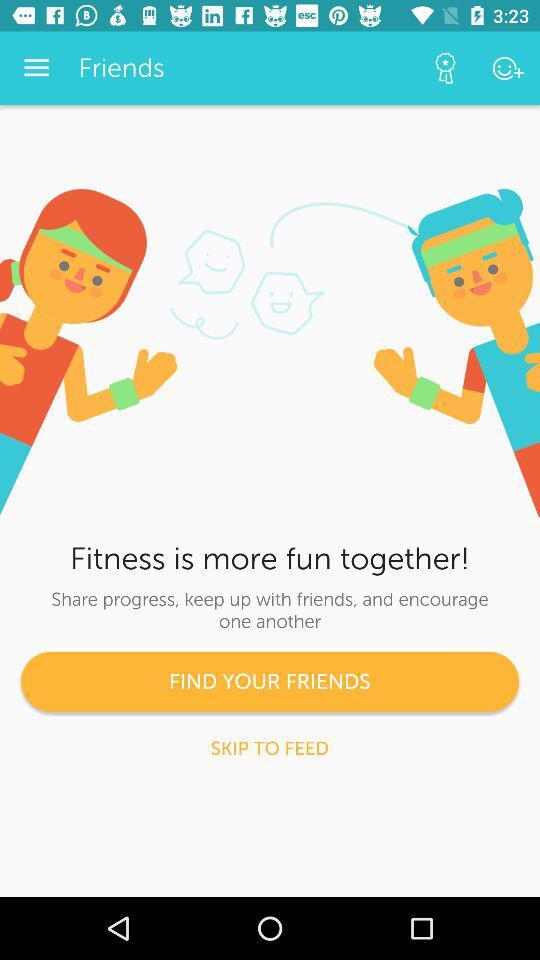 Image resolution: width=540 pixels, height=960 pixels. What do you see at coordinates (269, 747) in the screenshot?
I see `the item below the find your friends icon` at bounding box center [269, 747].